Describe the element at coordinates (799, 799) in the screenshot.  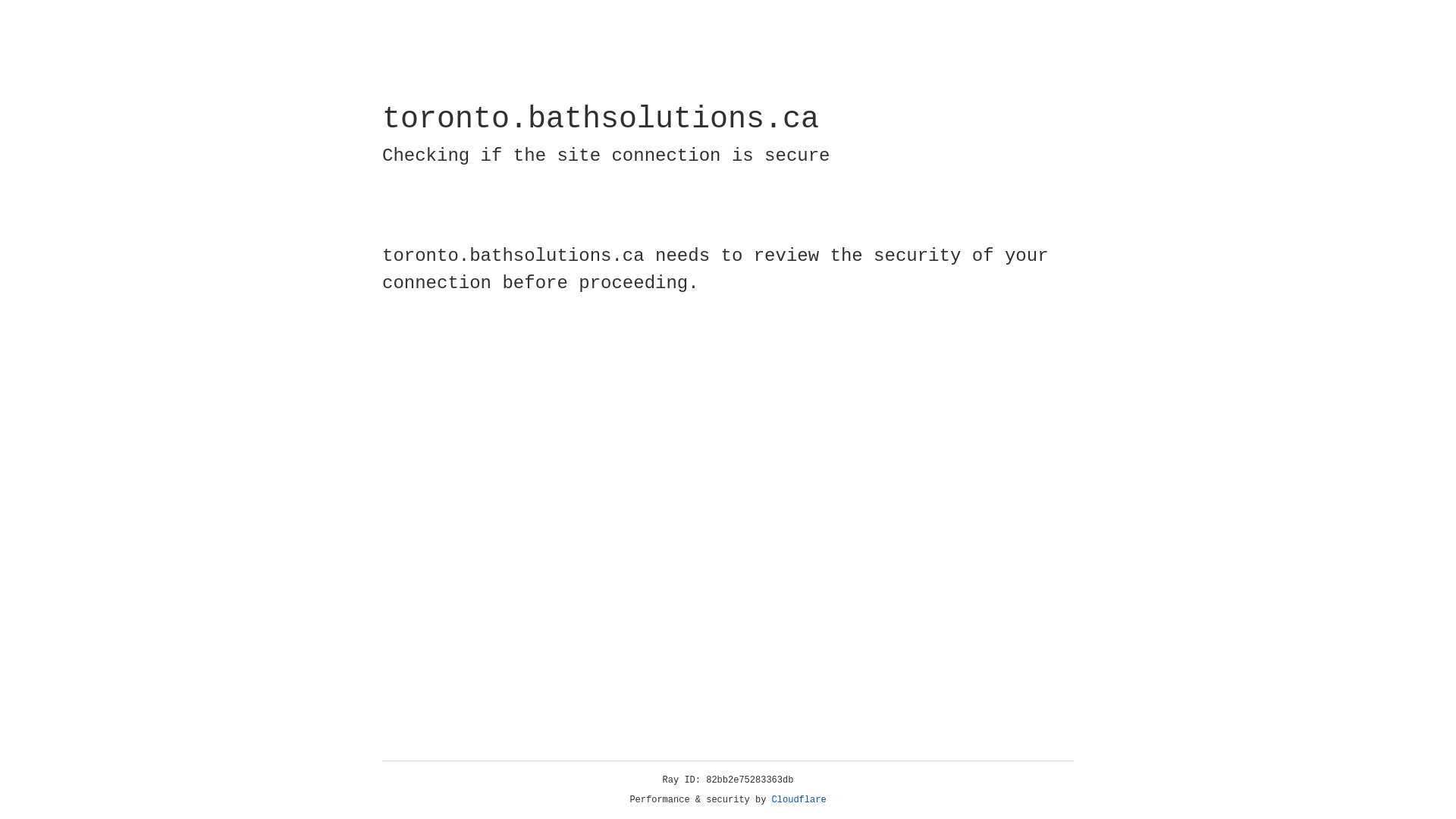
I see `'Cloudflare'` at that location.